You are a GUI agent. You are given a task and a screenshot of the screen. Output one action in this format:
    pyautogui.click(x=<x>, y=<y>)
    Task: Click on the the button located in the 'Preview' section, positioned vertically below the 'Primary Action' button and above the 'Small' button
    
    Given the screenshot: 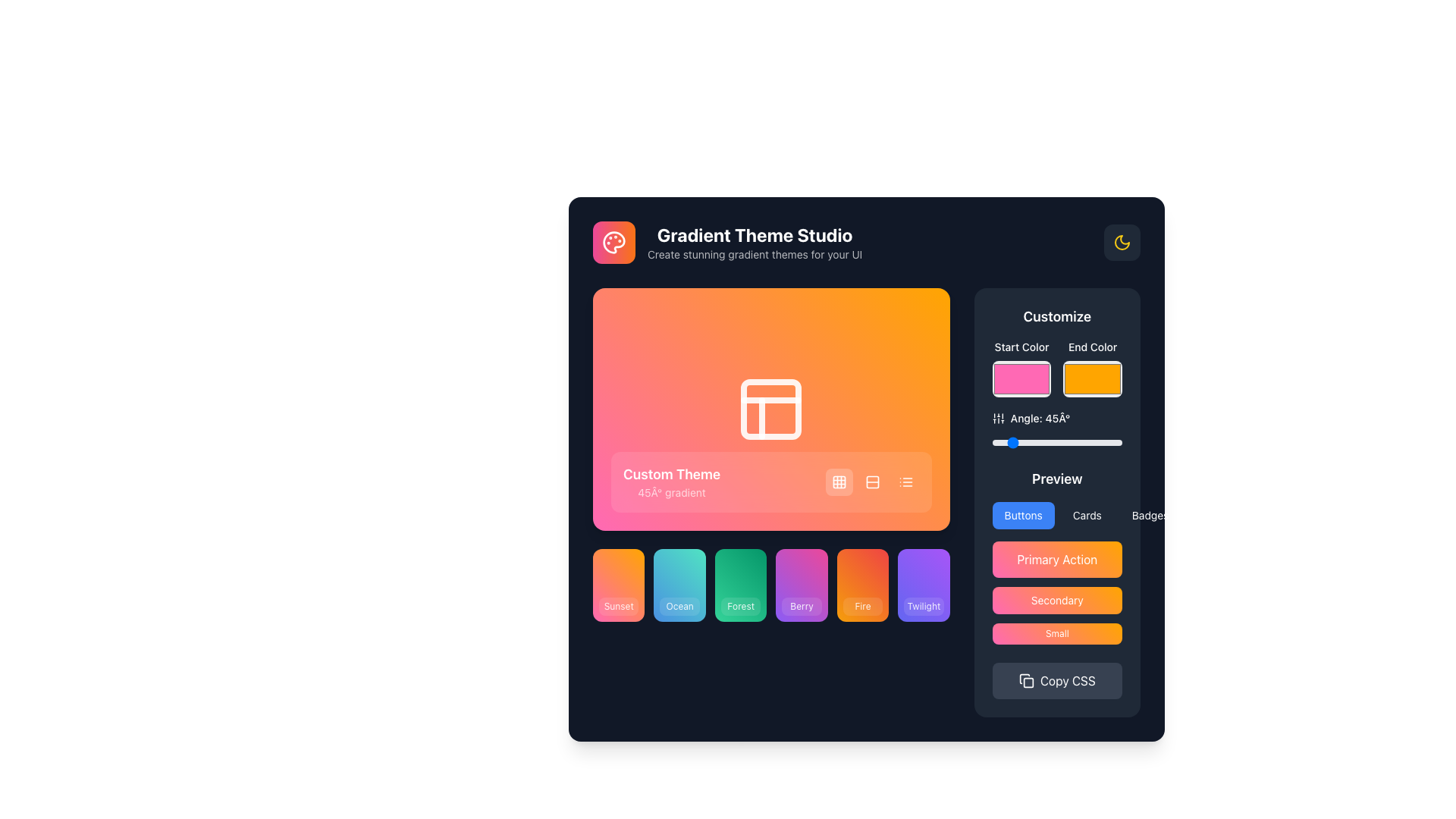 What is the action you would take?
    pyautogui.click(x=1056, y=592)
    